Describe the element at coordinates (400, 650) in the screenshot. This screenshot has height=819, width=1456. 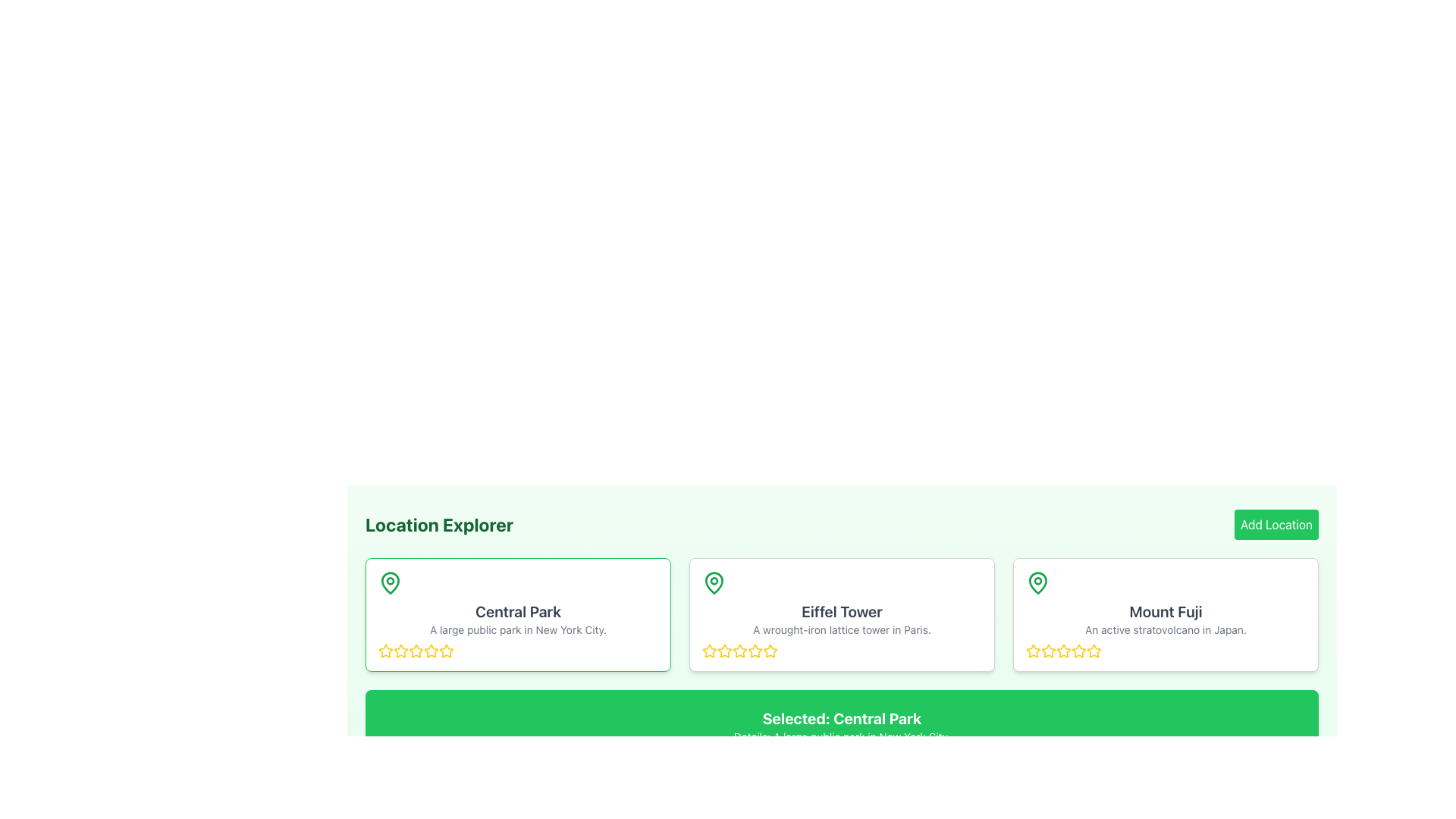
I see `the first star icon with a hollow center and bright yellow outline, located in the rating section below the 'Central Park' card title in the 'Location Explorer' section` at that location.